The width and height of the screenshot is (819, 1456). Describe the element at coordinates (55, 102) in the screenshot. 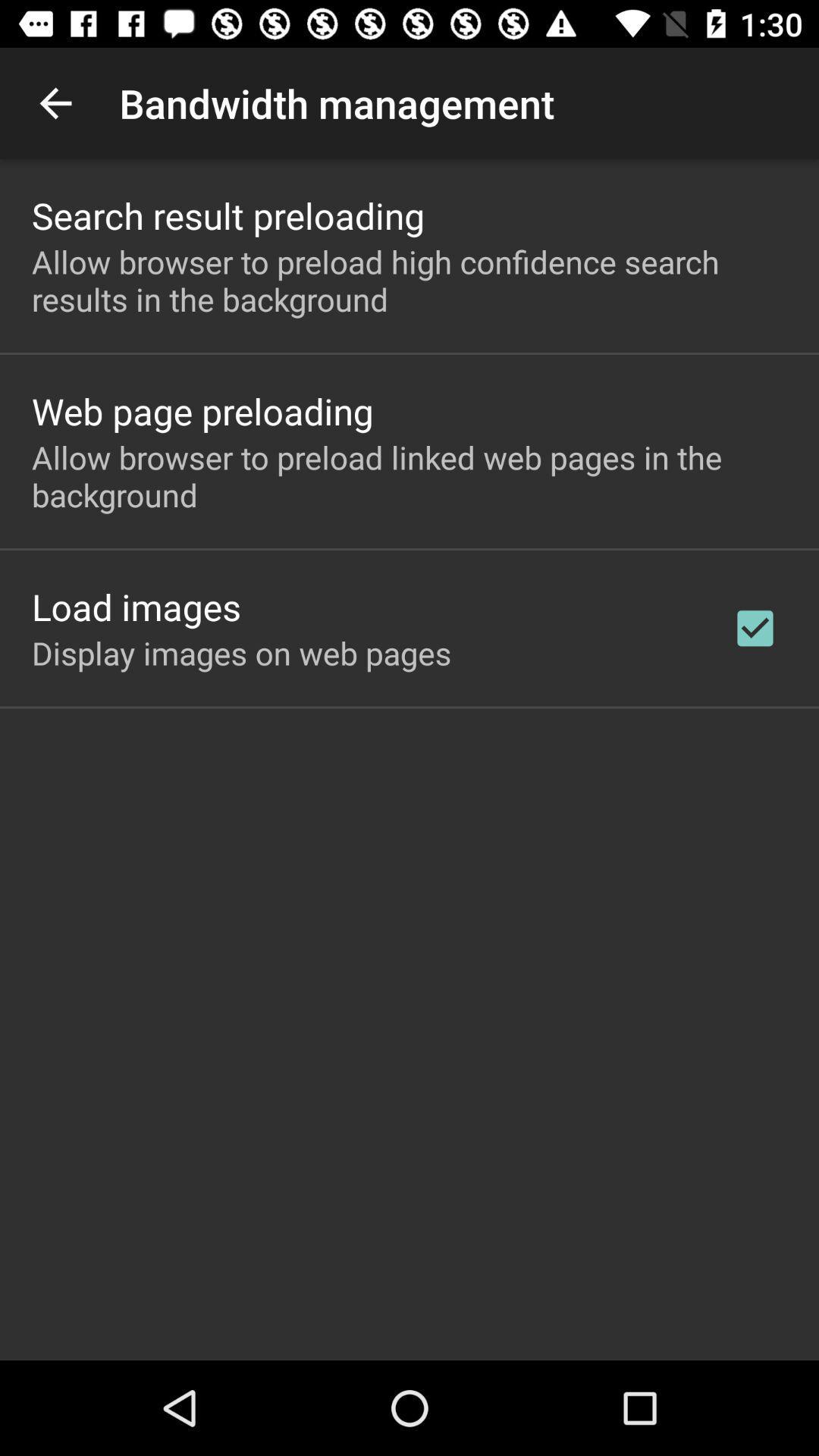

I see `app next to the bandwidth management item` at that location.